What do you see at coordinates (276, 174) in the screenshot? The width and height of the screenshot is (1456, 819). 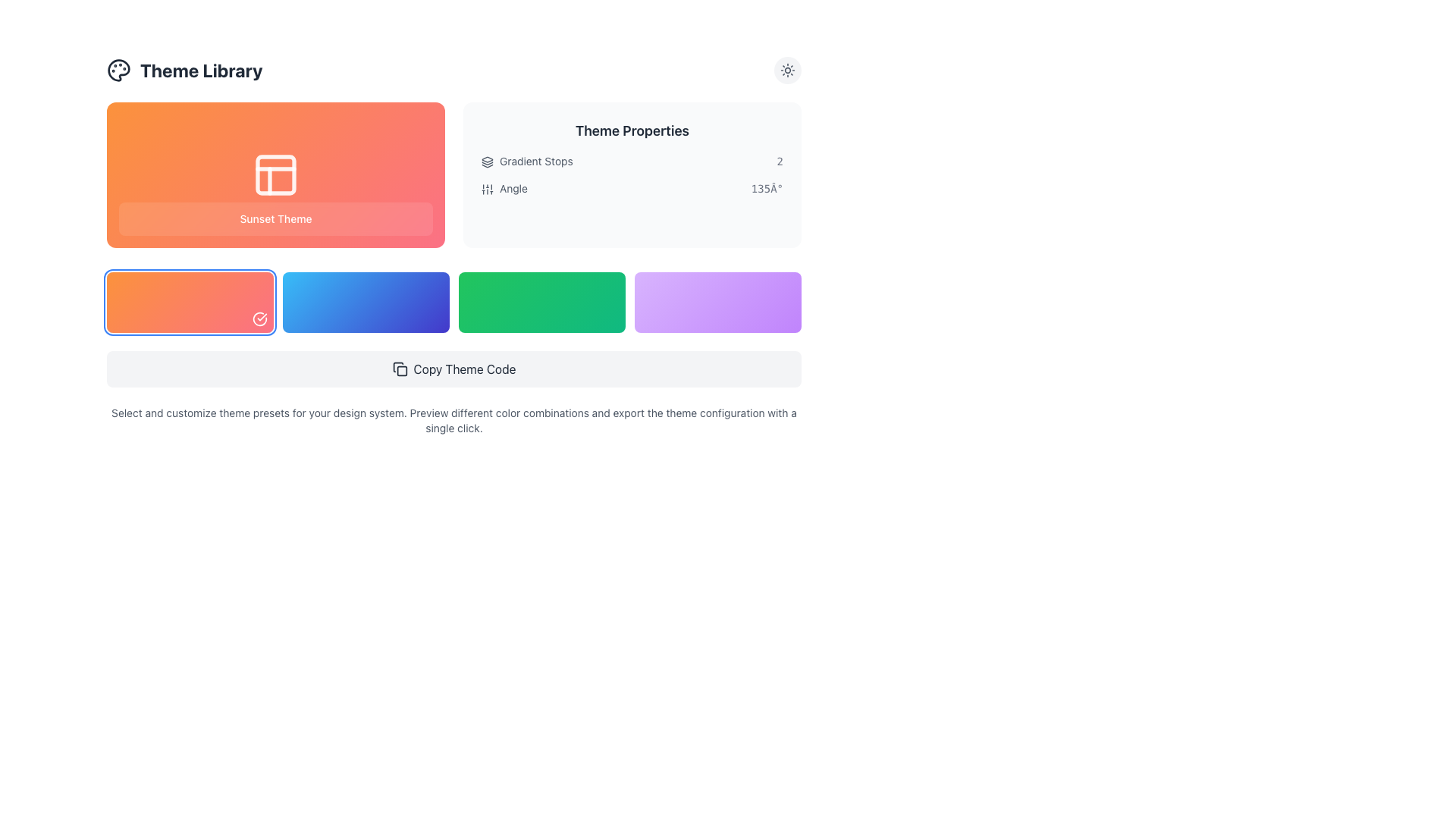 I see `the SVG graphic icon resembling a panel layout within the 'Sunset Theme' card` at bounding box center [276, 174].